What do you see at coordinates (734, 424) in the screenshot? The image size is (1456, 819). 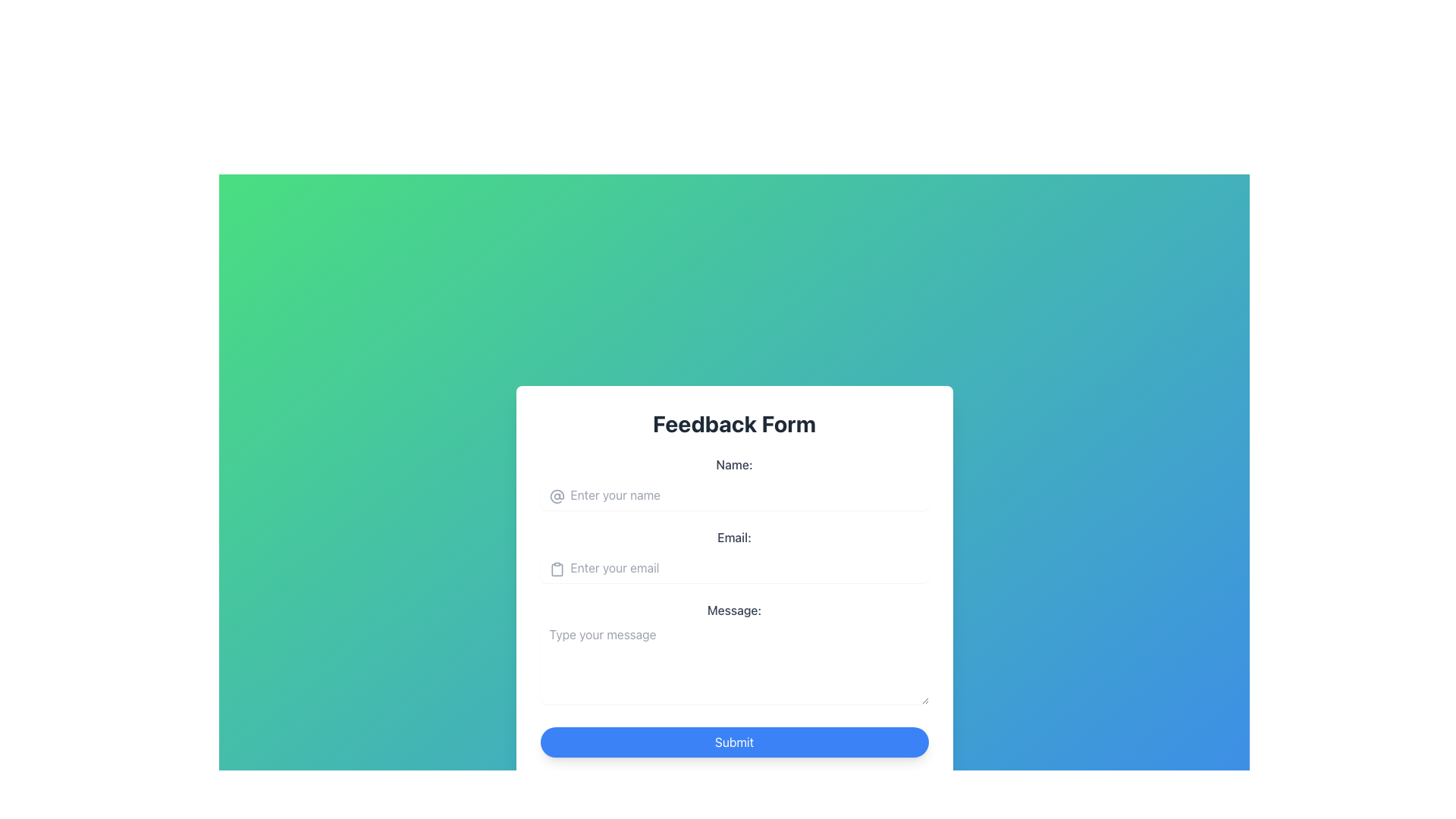 I see `the prominently displayed 'Feedback Form' header text, which is styled in a large, bold font and centered at the top of the form` at bounding box center [734, 424].